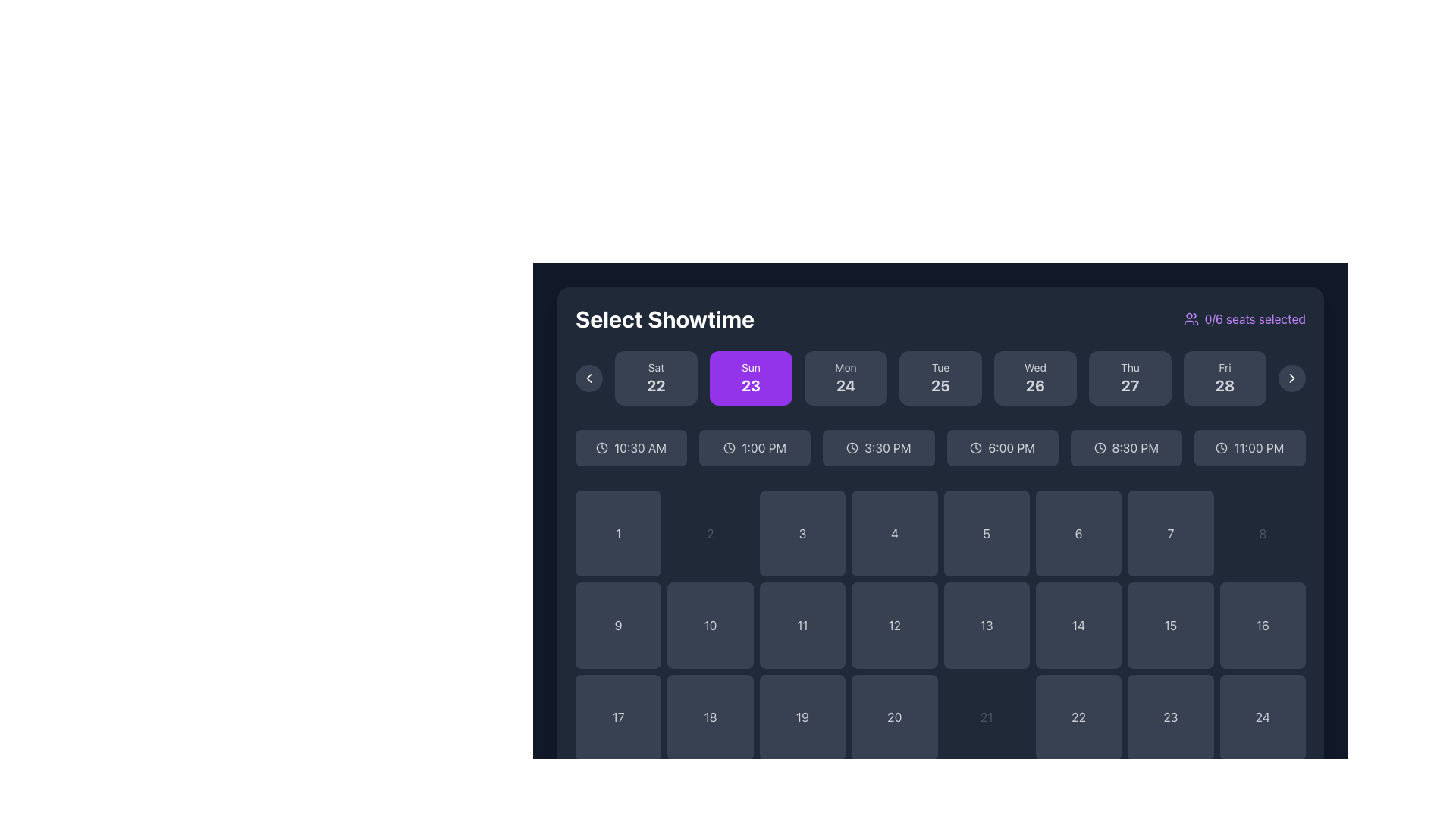 Image resolution: width=1456 pixels, height=819 pixels. What do you see at coordinates (940, 385) in the screenshot?
I see `the bold label displaying the date '25'` at bounding box center [940, 385].